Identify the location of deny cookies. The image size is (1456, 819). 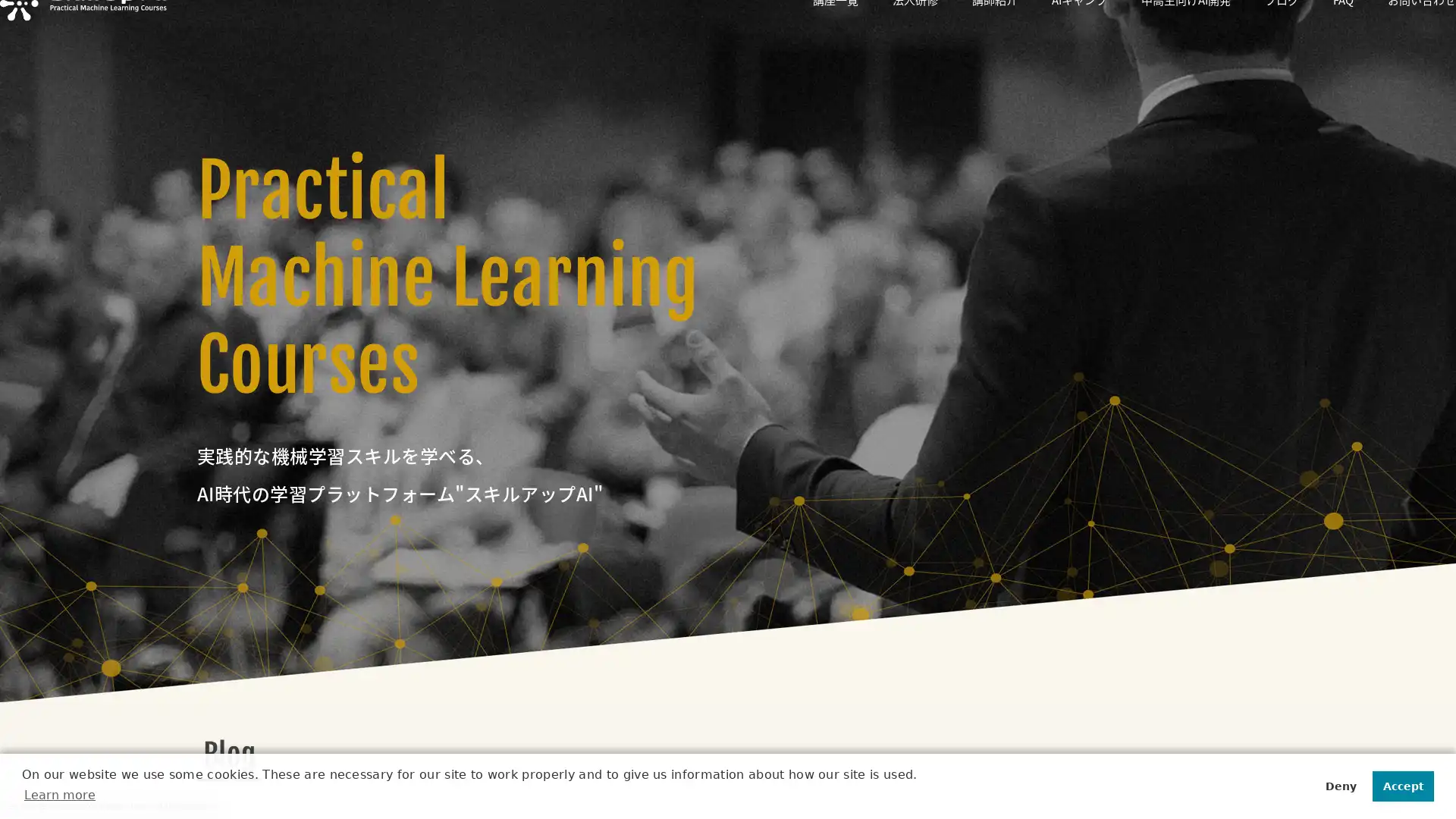
(1339, 785).